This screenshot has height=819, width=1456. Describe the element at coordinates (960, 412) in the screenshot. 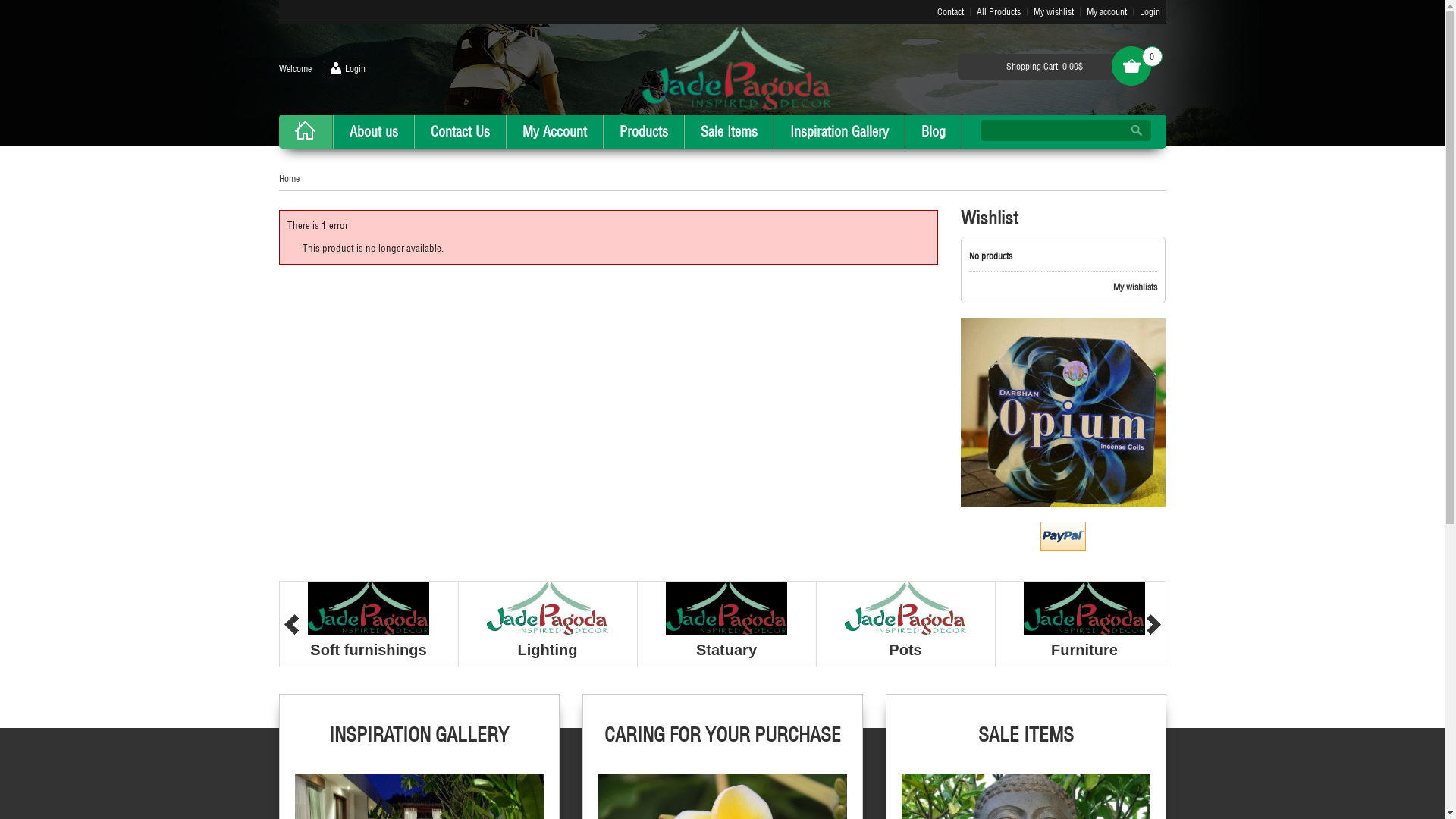

I see `'PrestaShop'` at that location.